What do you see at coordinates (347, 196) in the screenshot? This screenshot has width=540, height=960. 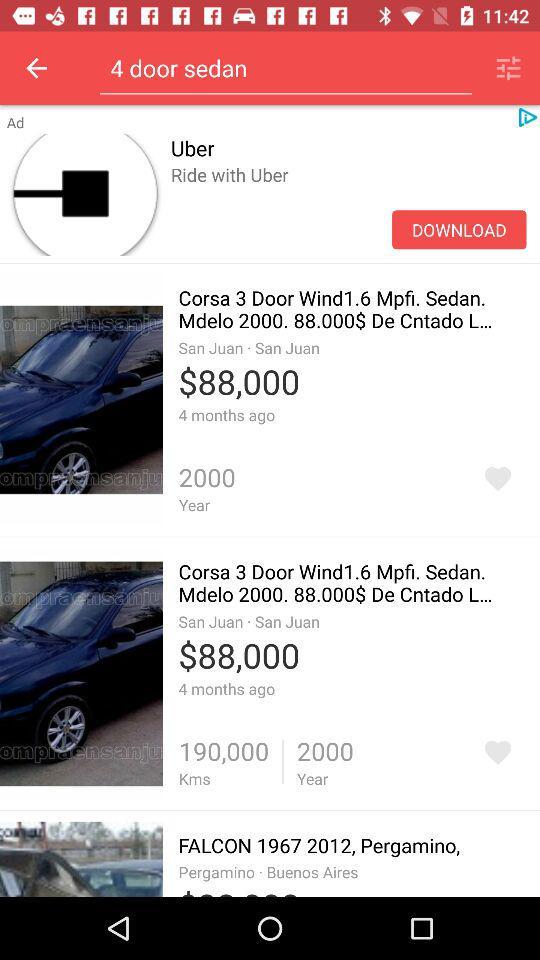 I see `item above corsa 3 door icon` at bounding box center [347, 196].